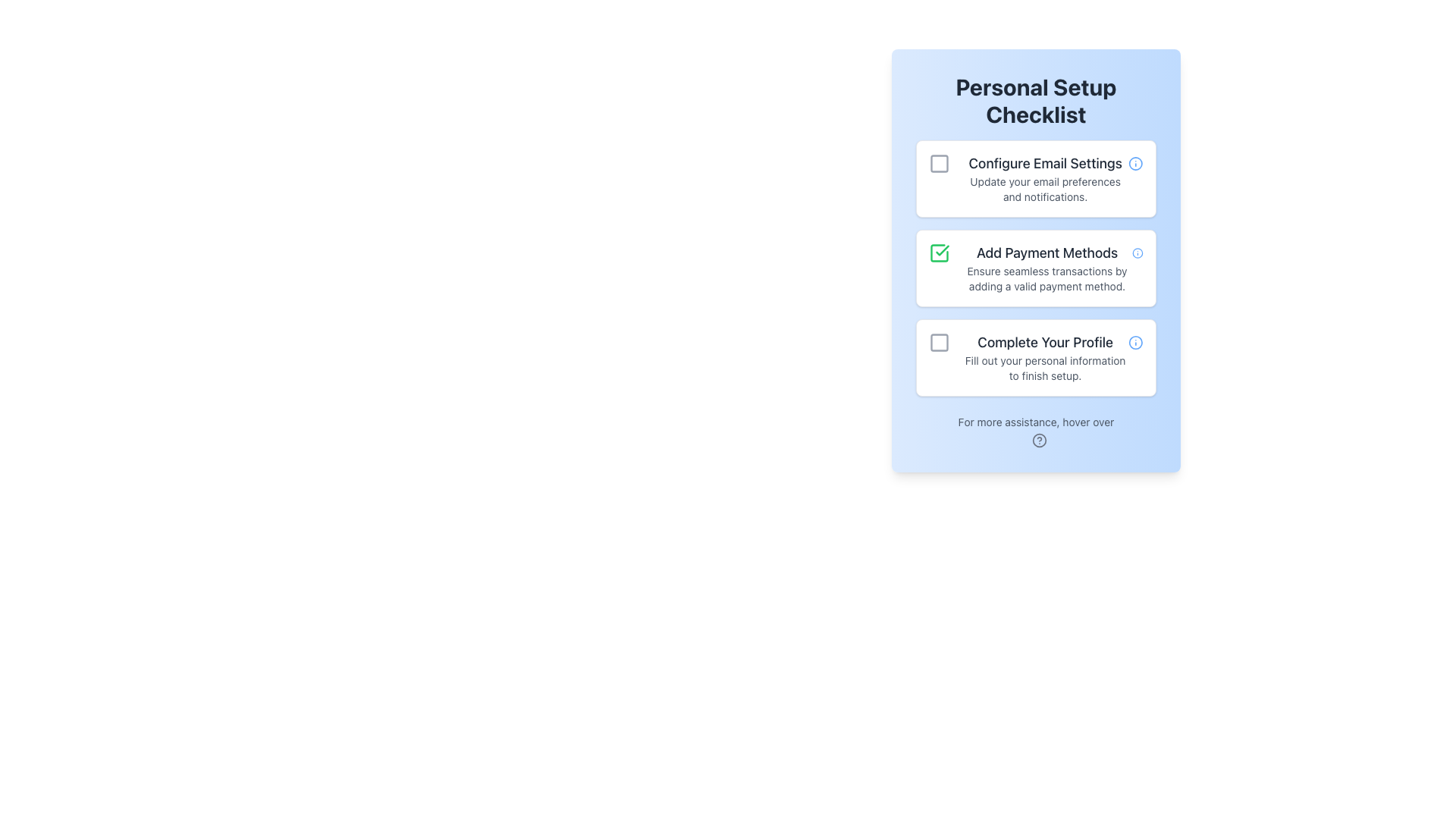  Describe the element at coordinates (1035, 431) in the screenshot. I see `the help icon located in the bottom section of the checklist card` at that location.